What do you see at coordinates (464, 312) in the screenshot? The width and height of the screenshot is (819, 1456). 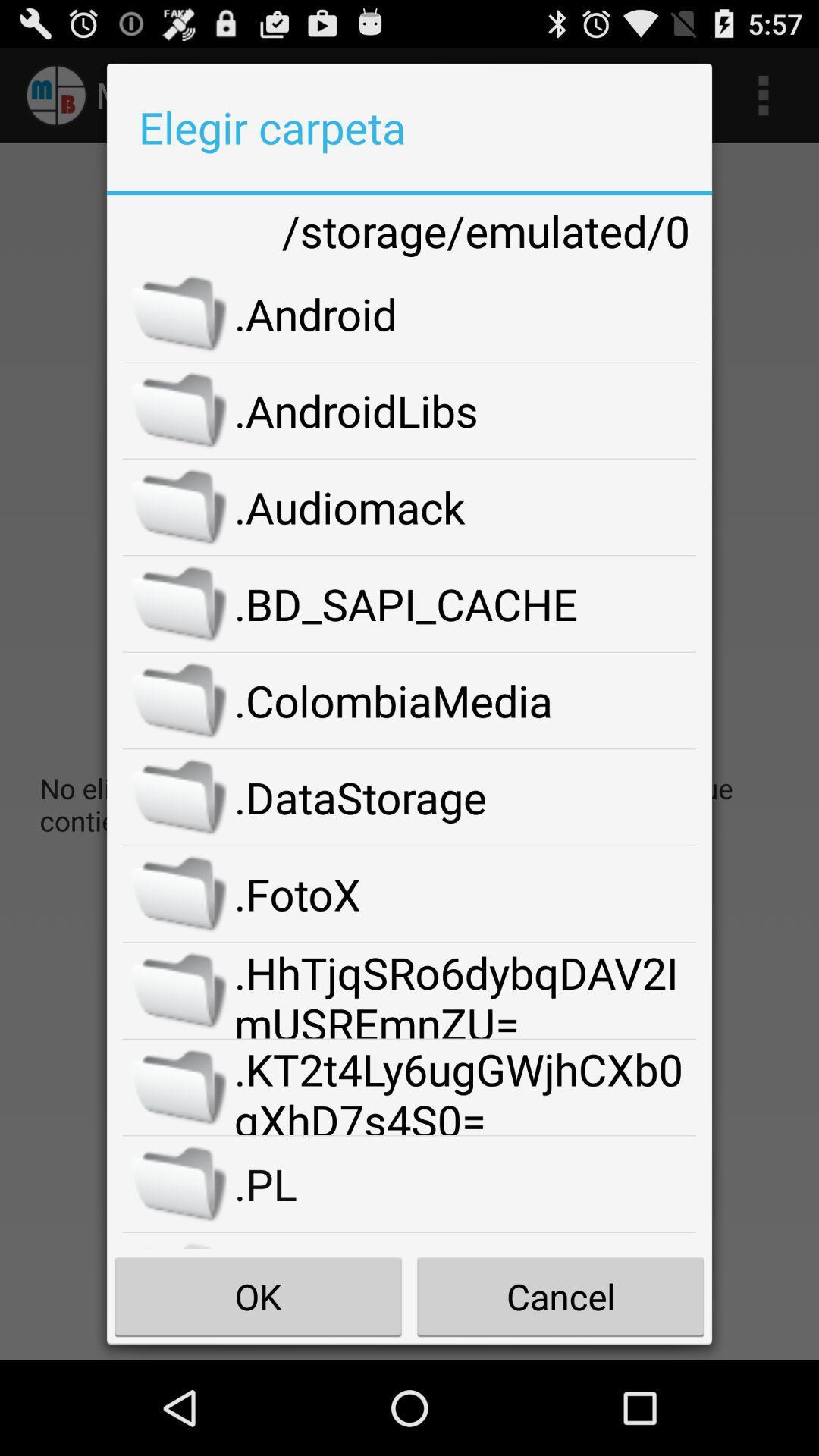 I see `the .android item` at bounding box center [464, 312].